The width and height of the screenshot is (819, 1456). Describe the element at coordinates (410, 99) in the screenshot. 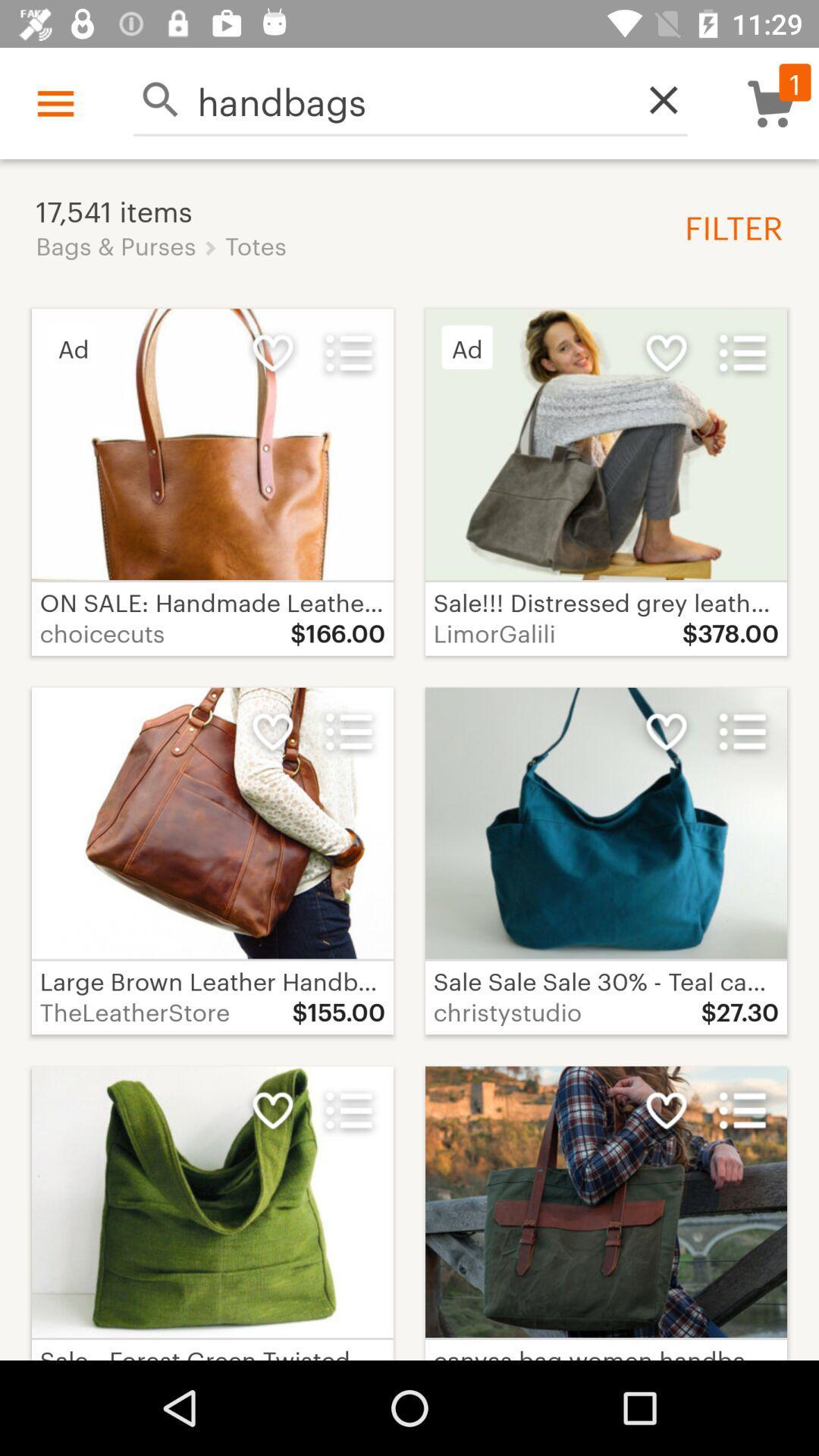

I see `the icon above the 17,541 items icon` at that location.